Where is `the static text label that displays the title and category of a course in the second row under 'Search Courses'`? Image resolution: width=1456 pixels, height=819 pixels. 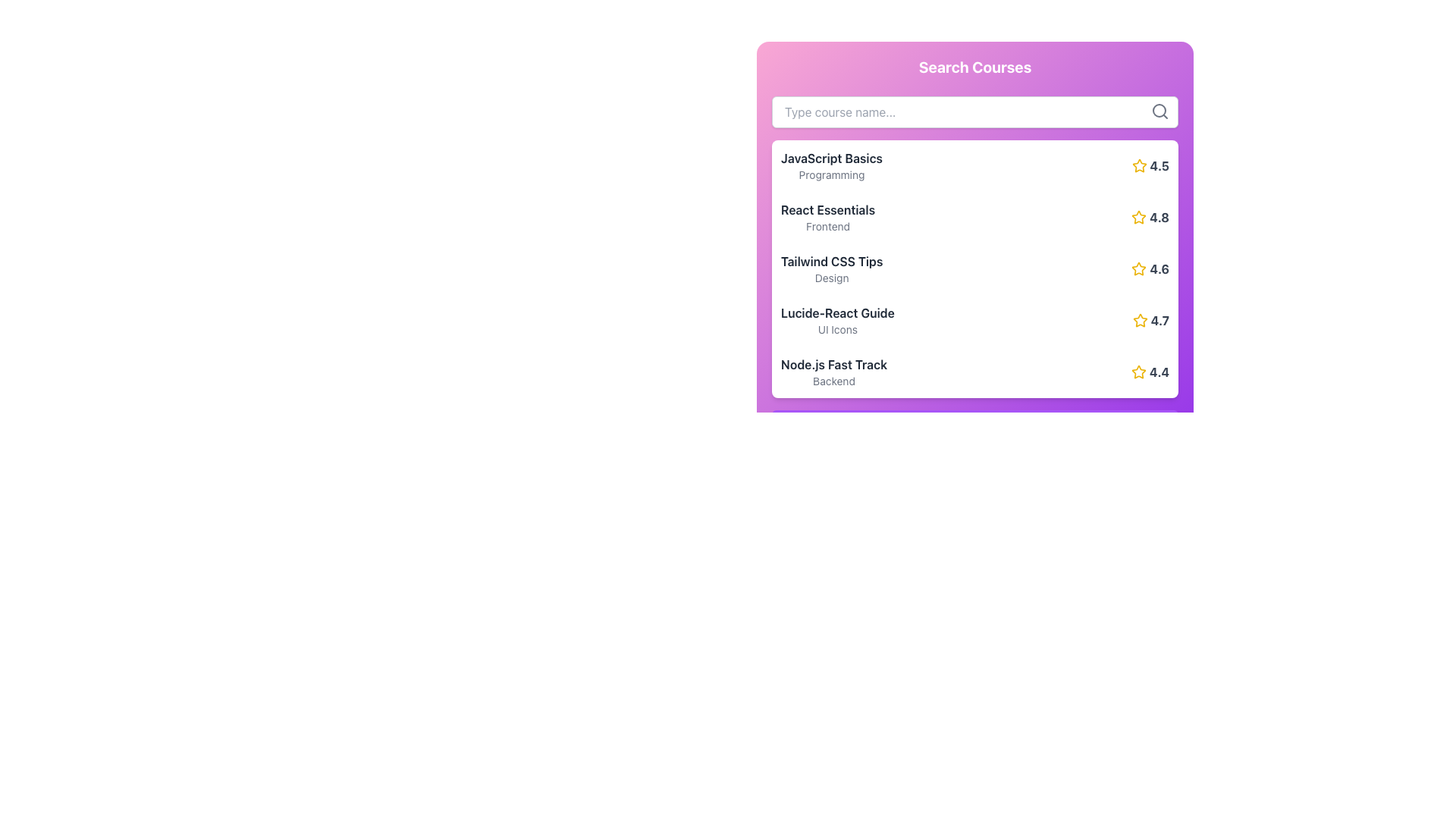 the static text label that displays the title and category of a course in the second row under 'Search Courses' is located at coordinates (827, 217).